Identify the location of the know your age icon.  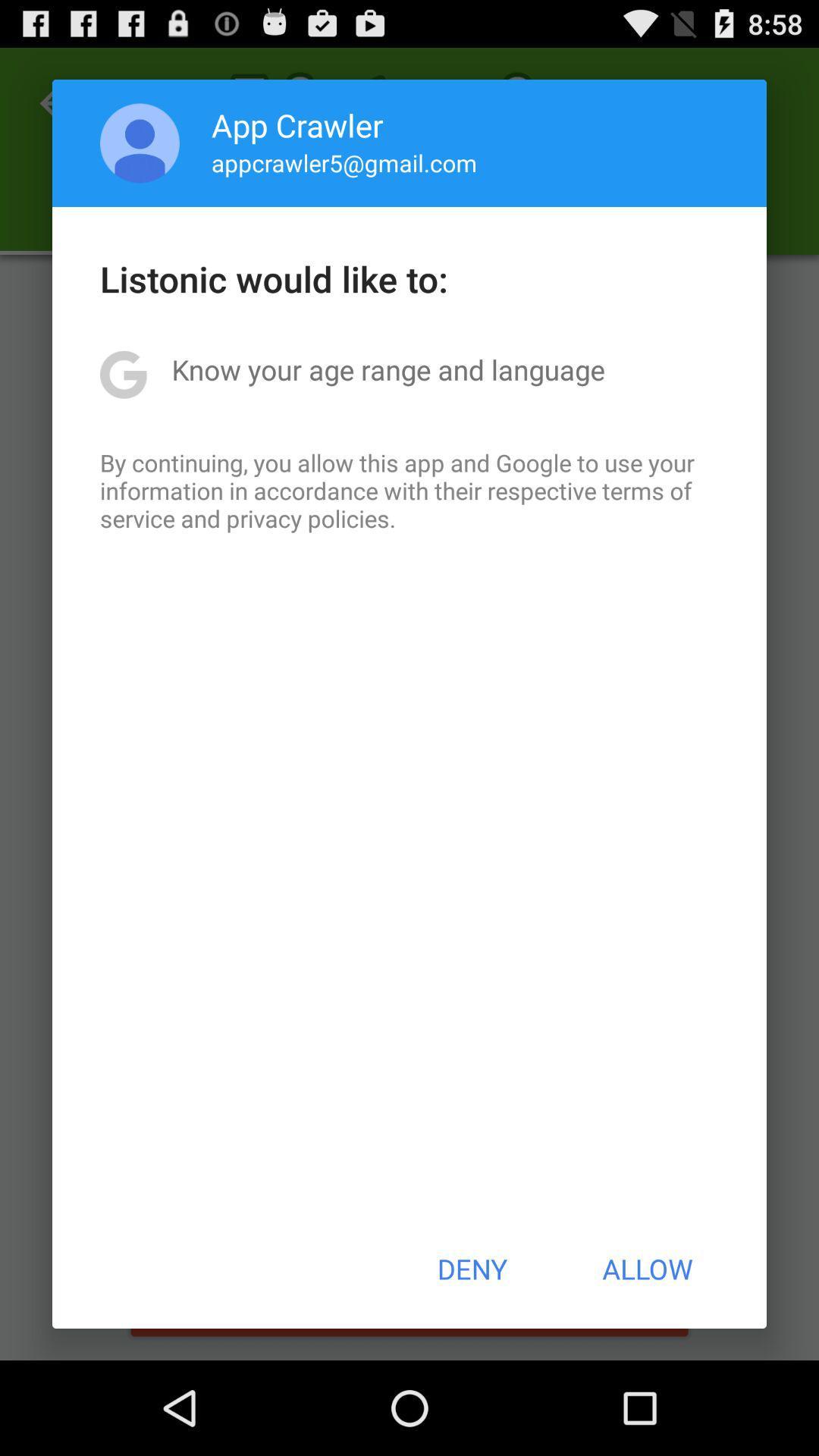
(388, 369).